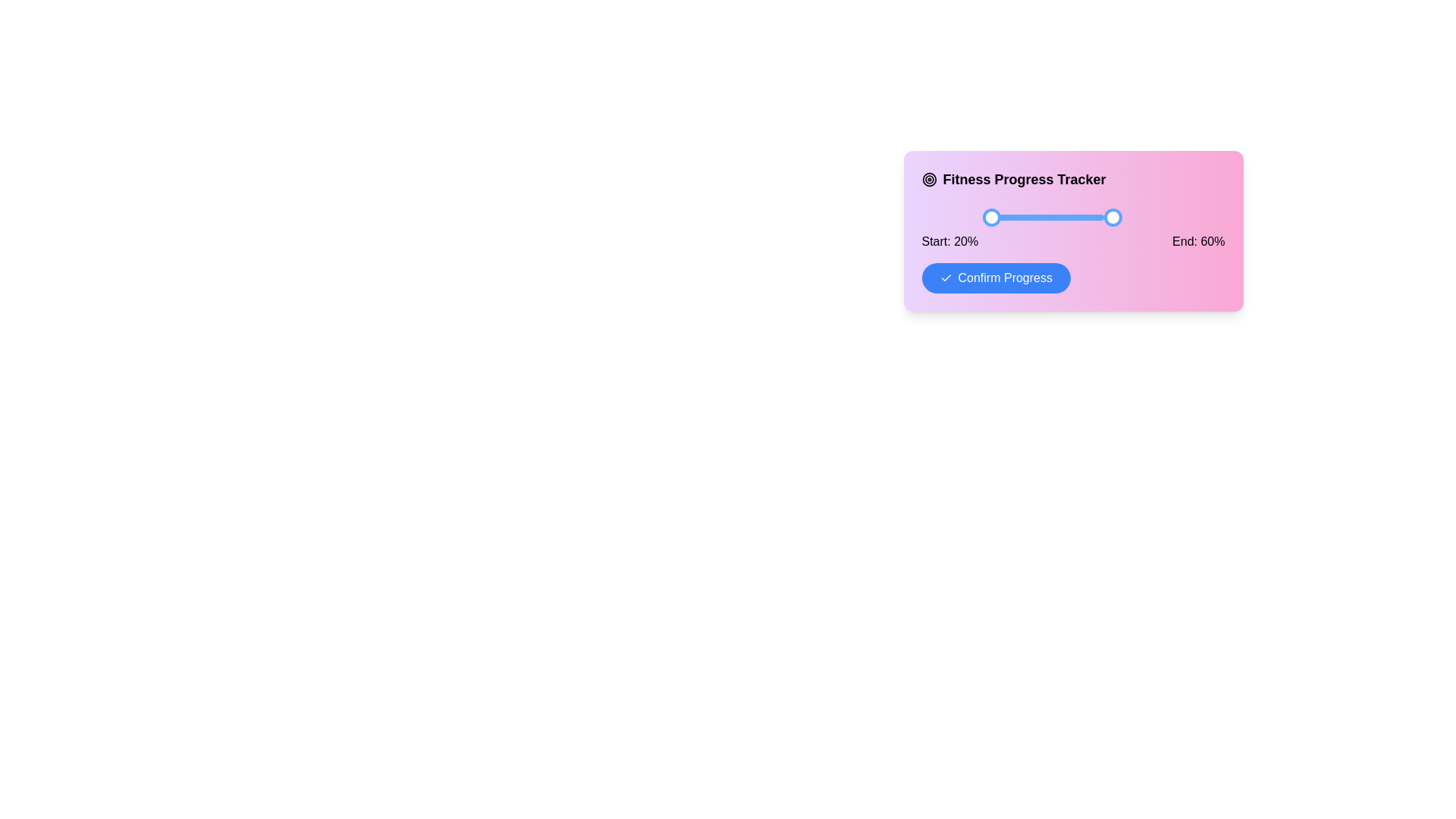  What do you see at coordinates (1042, 217) in the screenshot?
I see `the Progress bar indicator located between two draggable handles of the slider, positioned above the text labels 'Start: 20%' and 'End: 60%'` at bounding box center [1042, 217].